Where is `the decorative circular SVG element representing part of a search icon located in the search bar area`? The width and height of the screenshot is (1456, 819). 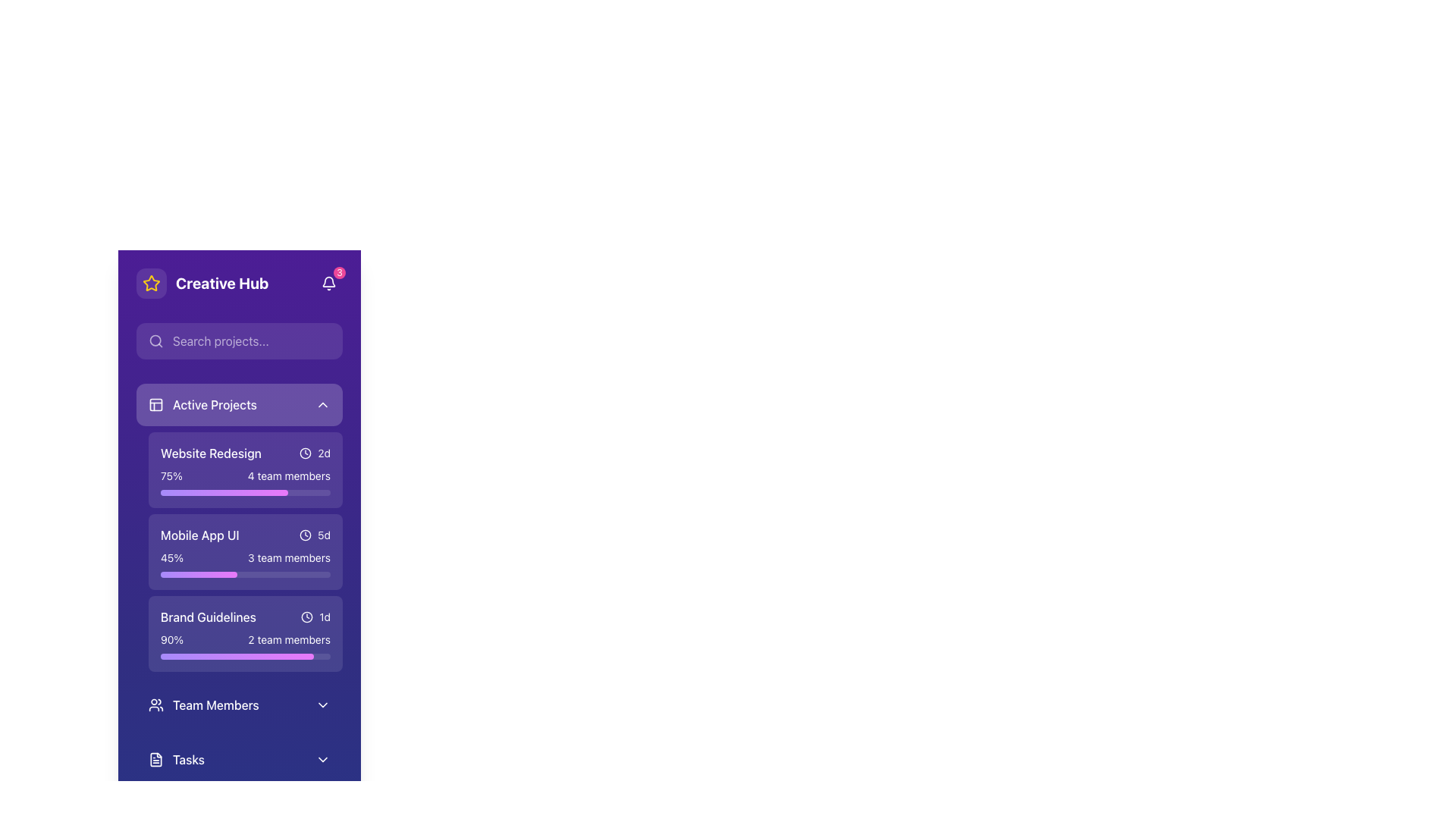
the decorative circular SVG element representing part of a search icon located in the search bar area is located at coordinates (155, 340).